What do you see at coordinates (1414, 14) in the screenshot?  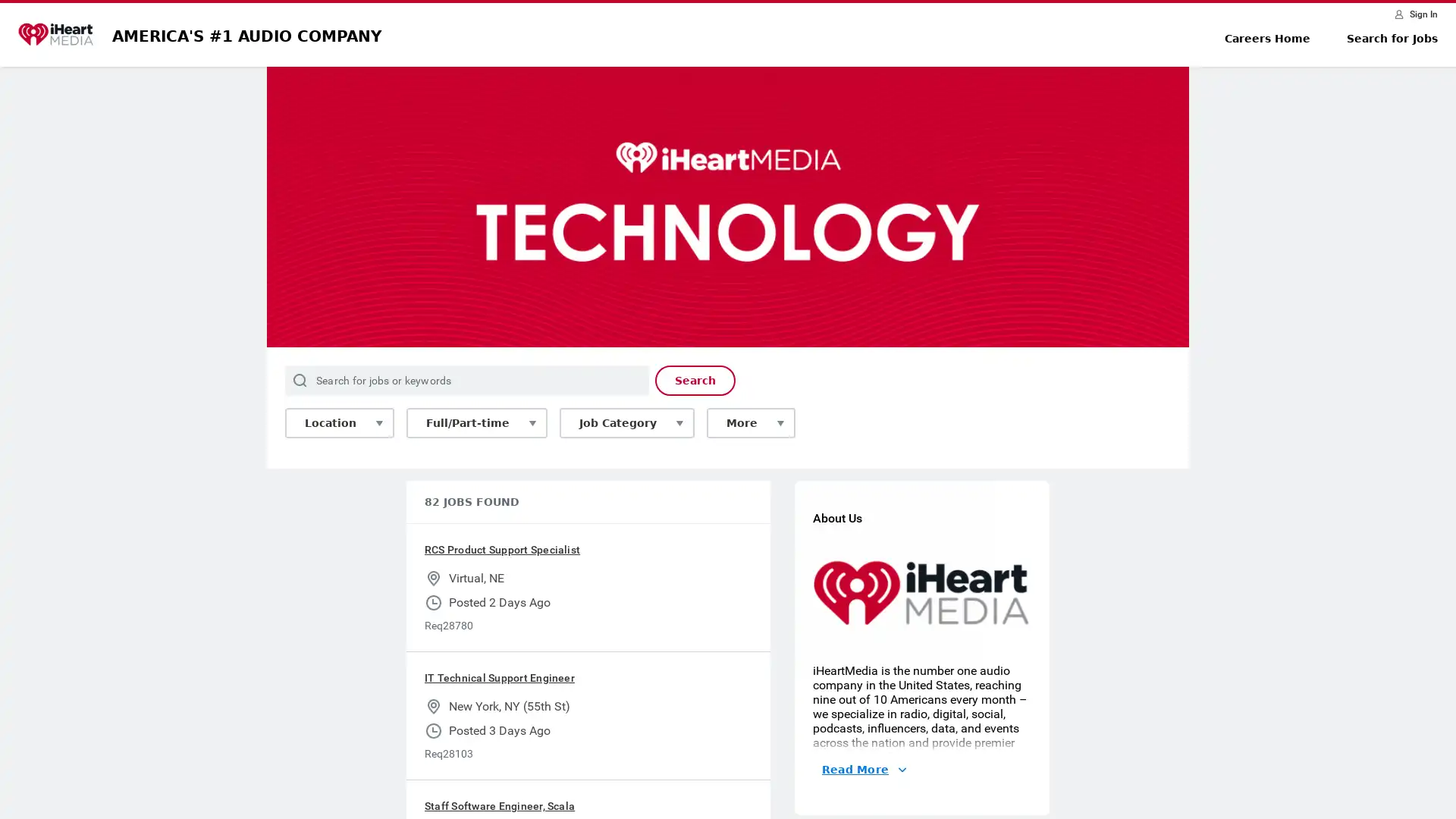 I see `Sign In` at bounding box center [1414, 14].